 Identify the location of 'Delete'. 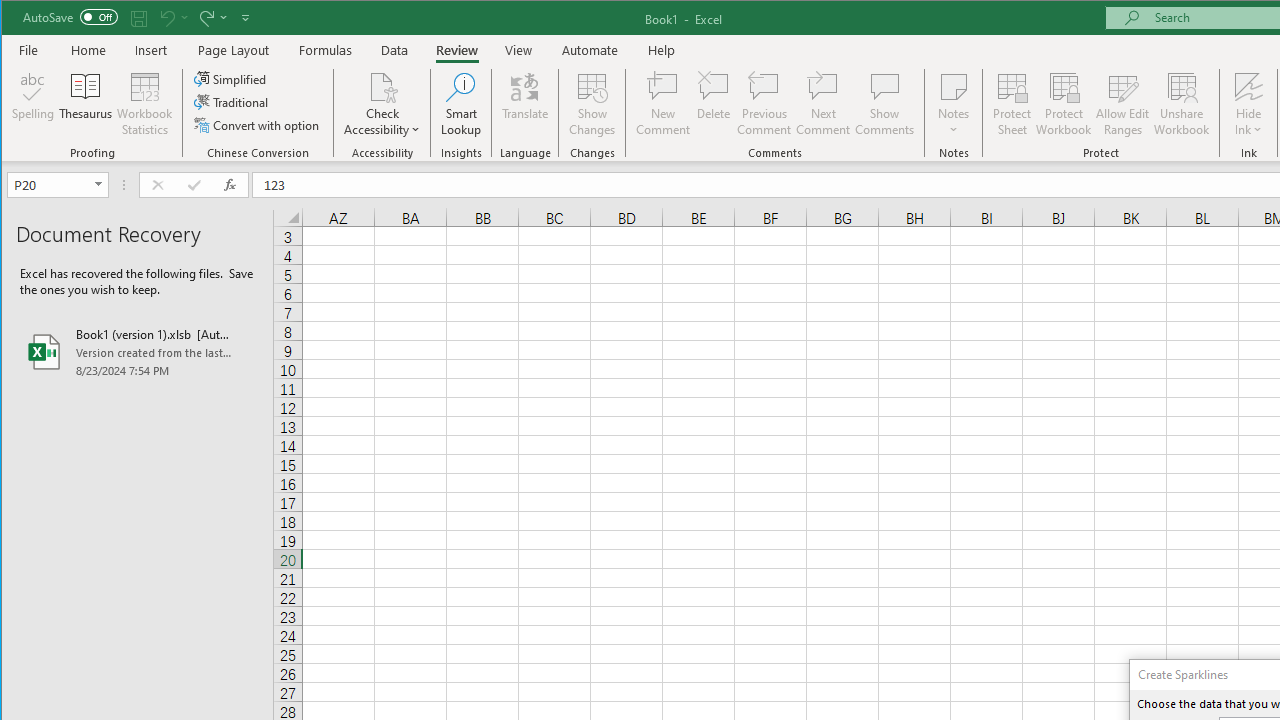
(713, 104).